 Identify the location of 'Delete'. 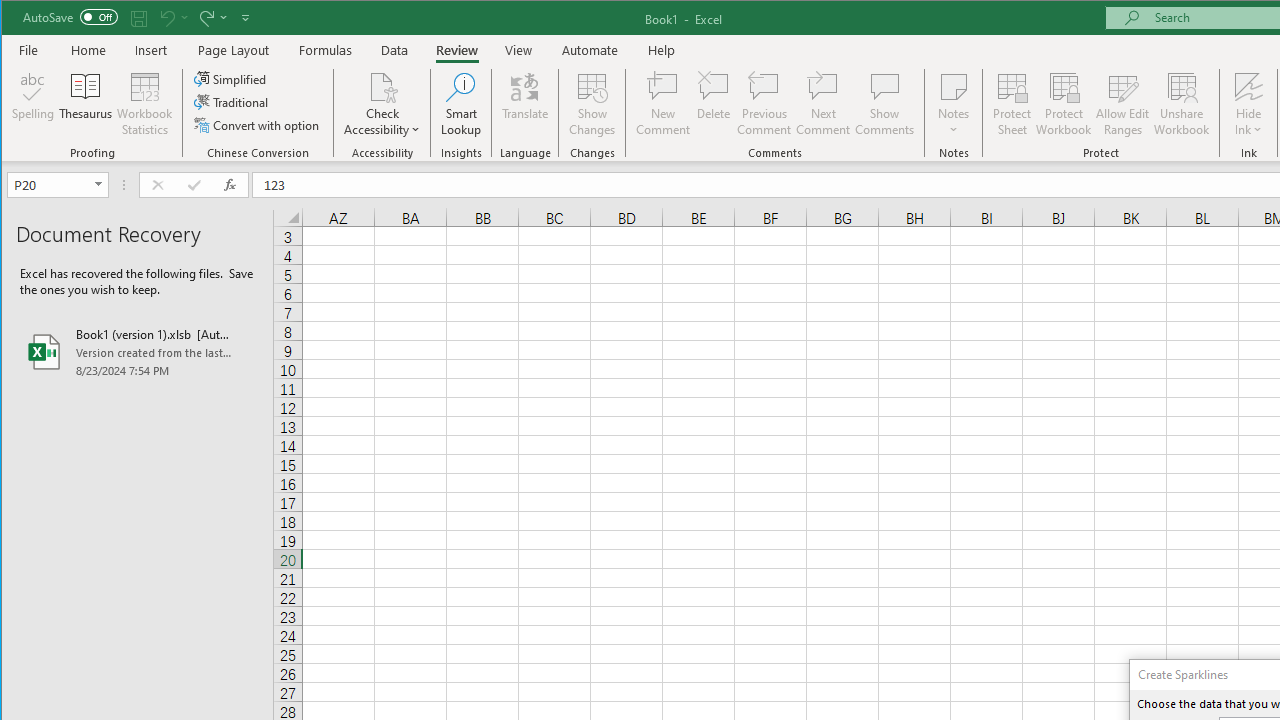
(713, 104).